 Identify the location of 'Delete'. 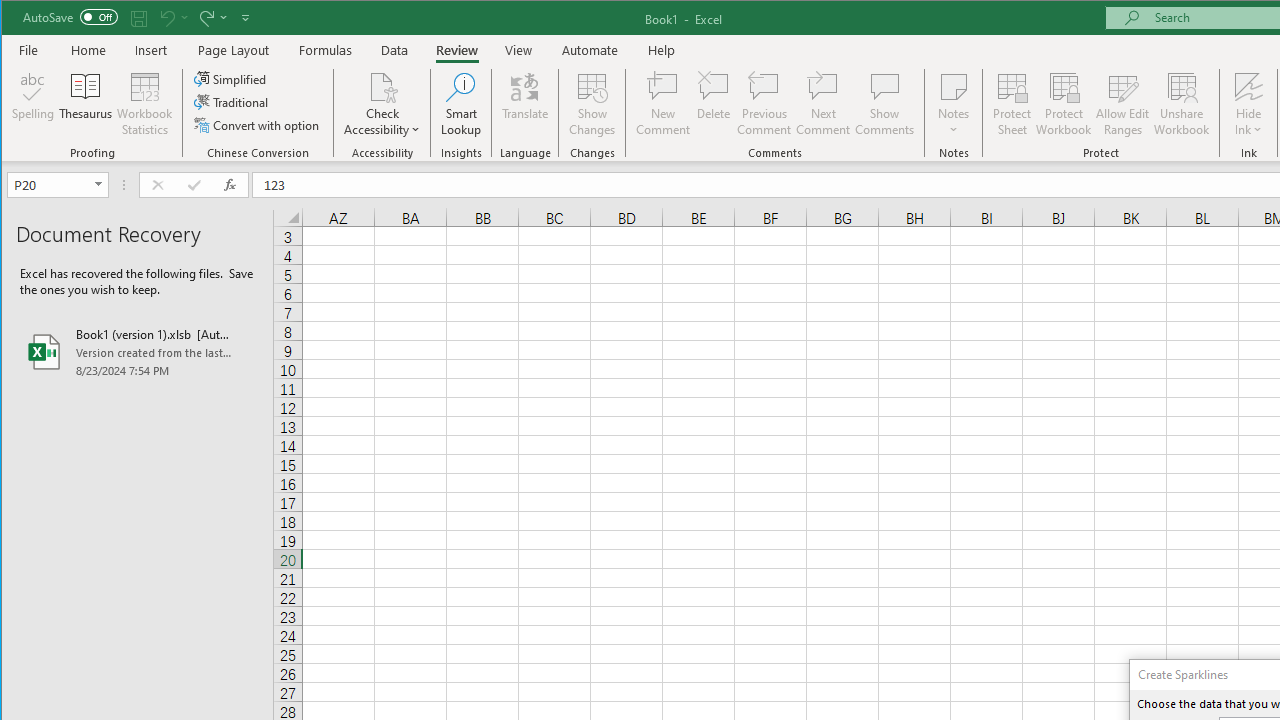
(713, 104).